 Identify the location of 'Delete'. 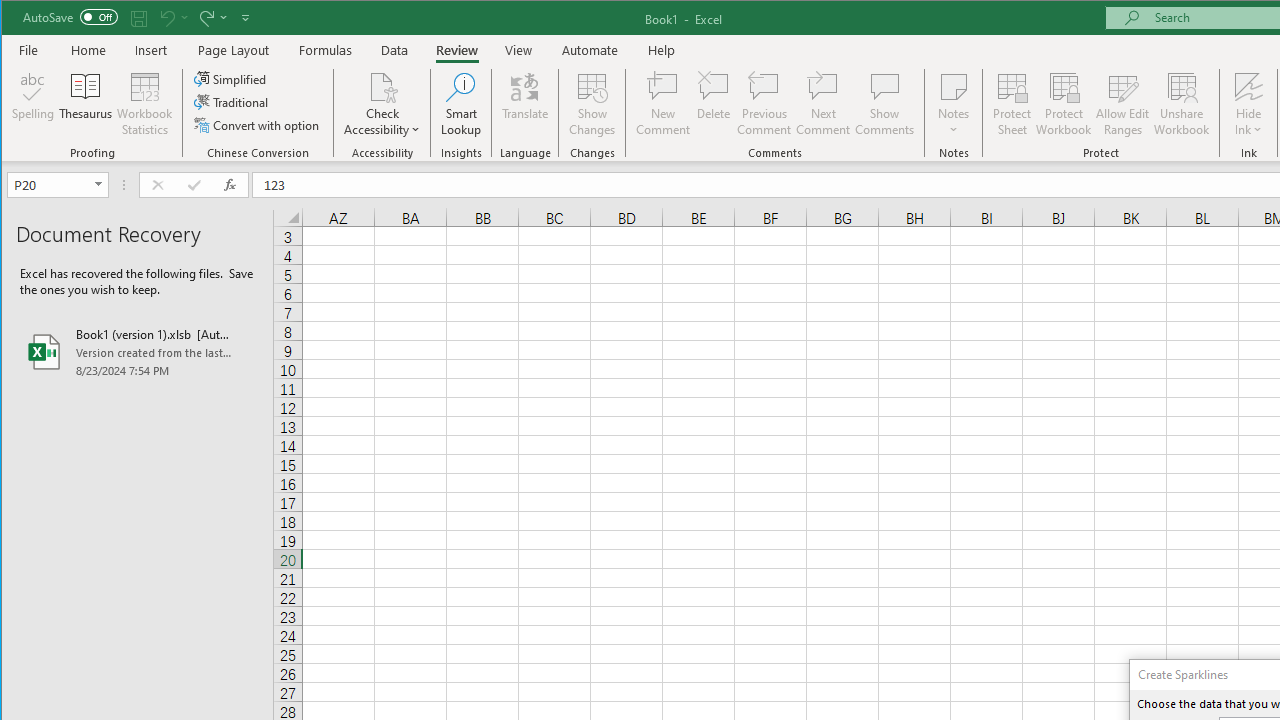
(713, 104).